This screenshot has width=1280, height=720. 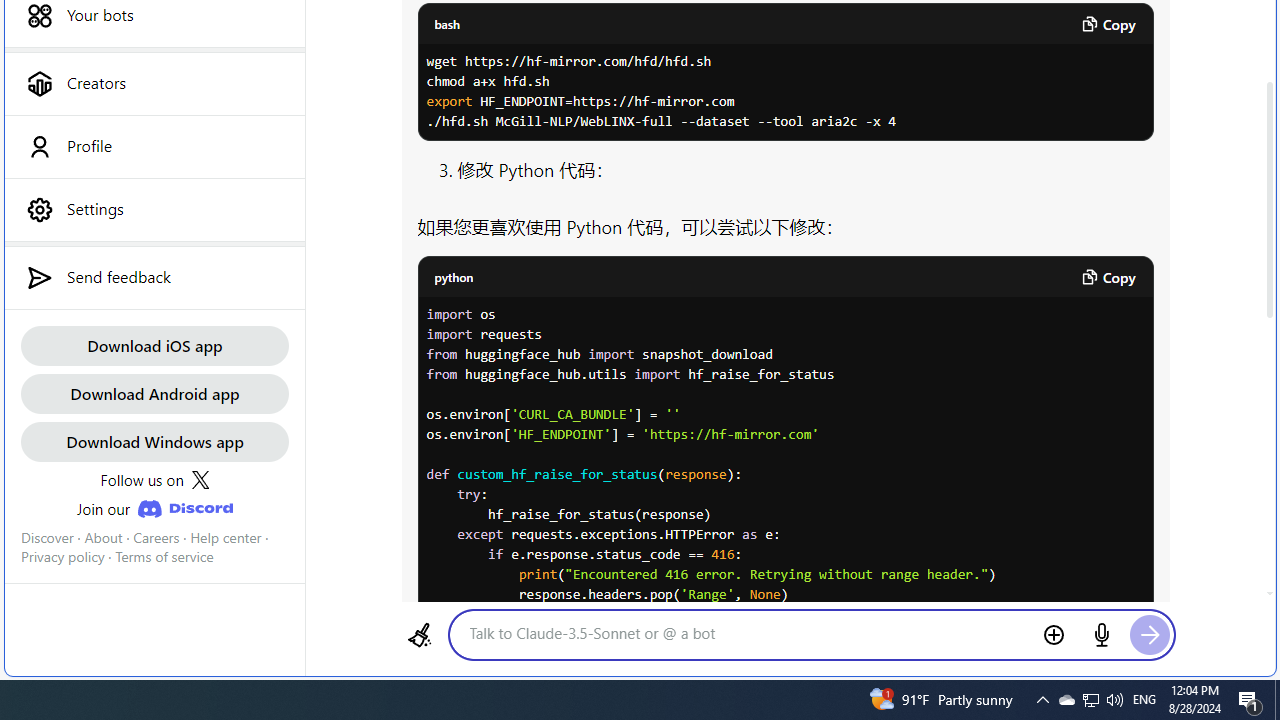 I want to click on 'Copy', so click(x=1106, y=277).